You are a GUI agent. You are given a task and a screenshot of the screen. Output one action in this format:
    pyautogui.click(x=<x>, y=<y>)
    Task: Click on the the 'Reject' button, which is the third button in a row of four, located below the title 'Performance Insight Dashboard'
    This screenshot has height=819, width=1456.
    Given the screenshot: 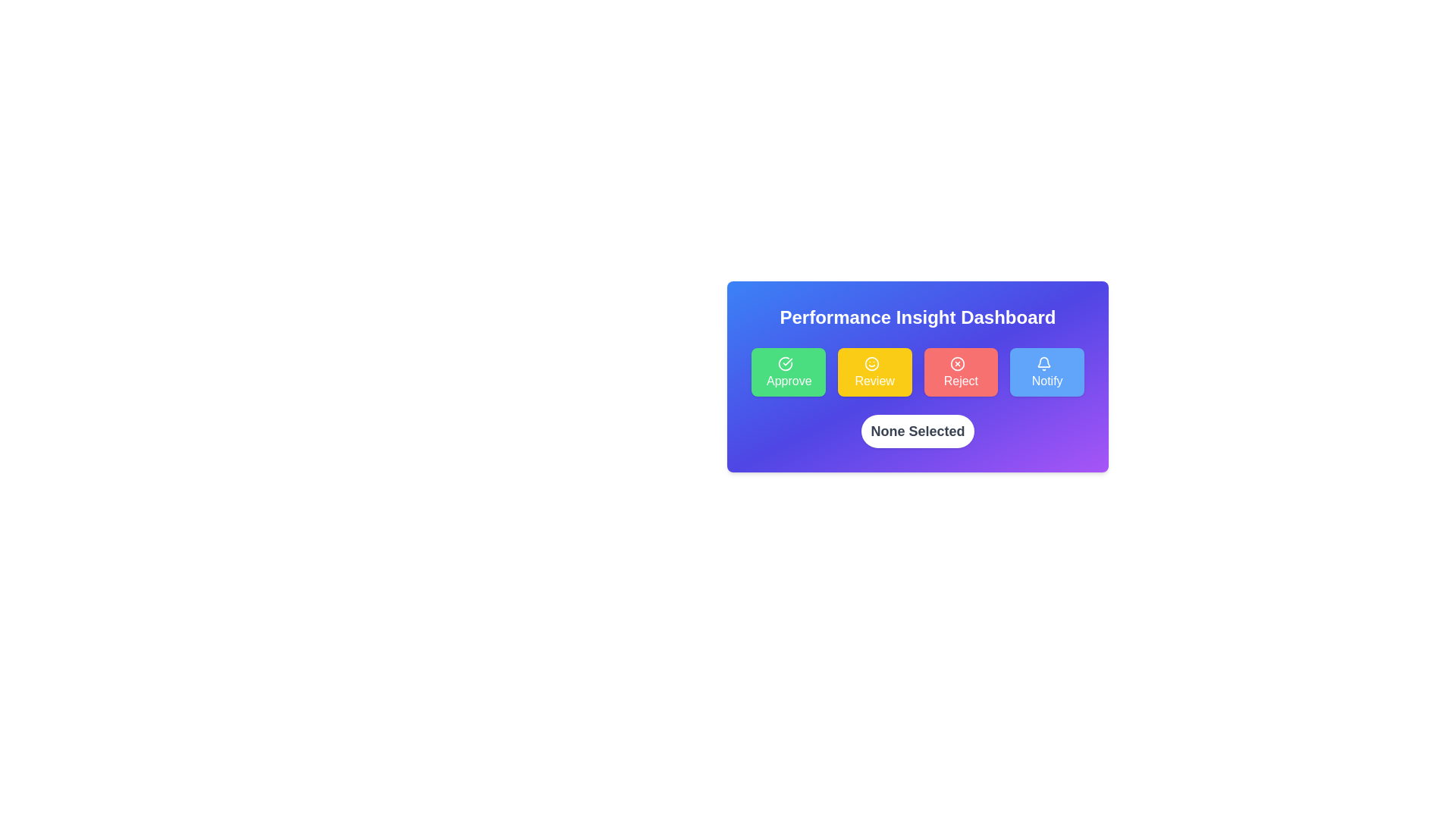 What is the action you would take?
    pyautogui.click(x=917, y=376)
    